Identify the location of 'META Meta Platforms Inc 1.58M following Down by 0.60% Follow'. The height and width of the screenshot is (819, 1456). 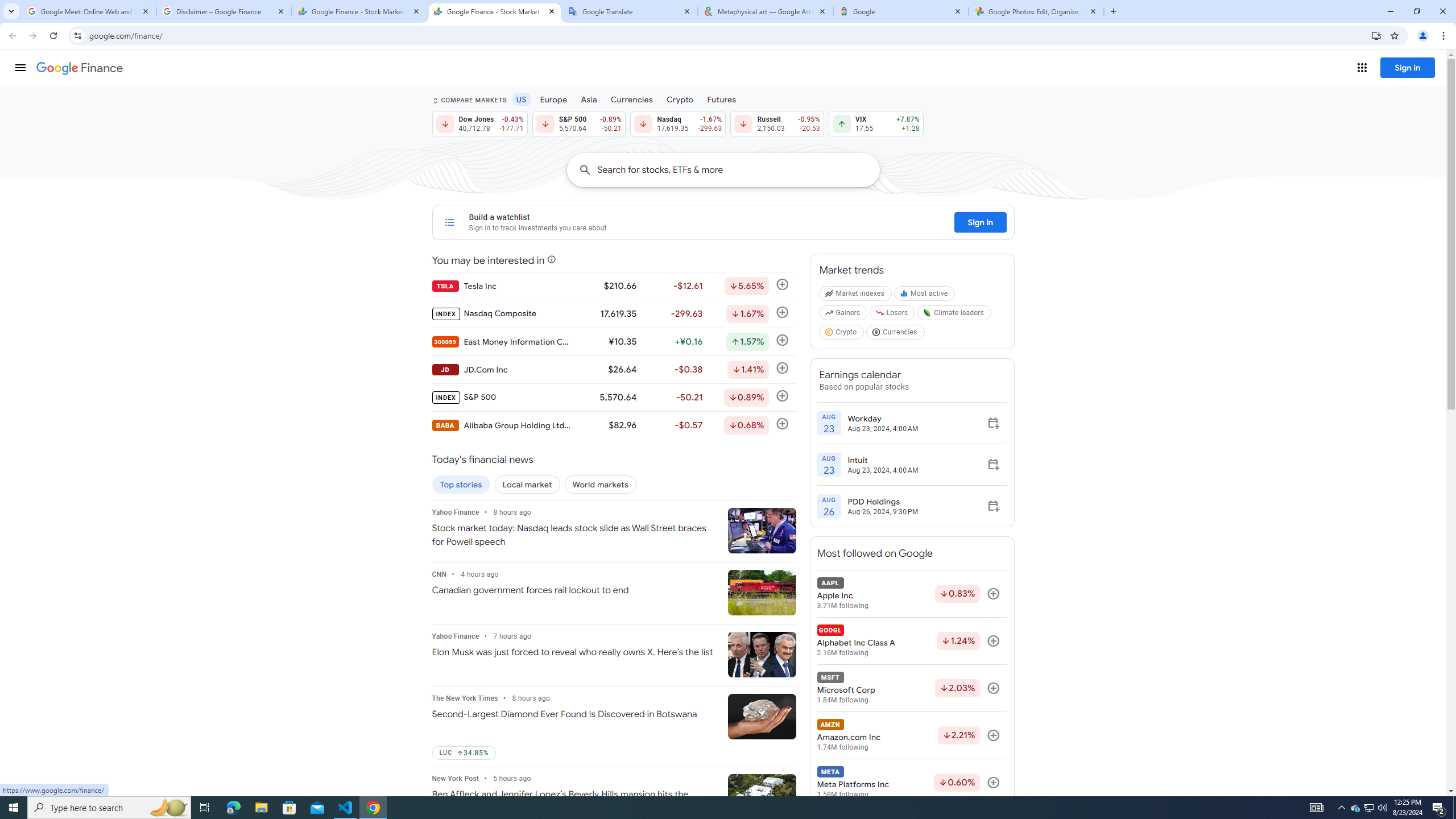
(911, 782).